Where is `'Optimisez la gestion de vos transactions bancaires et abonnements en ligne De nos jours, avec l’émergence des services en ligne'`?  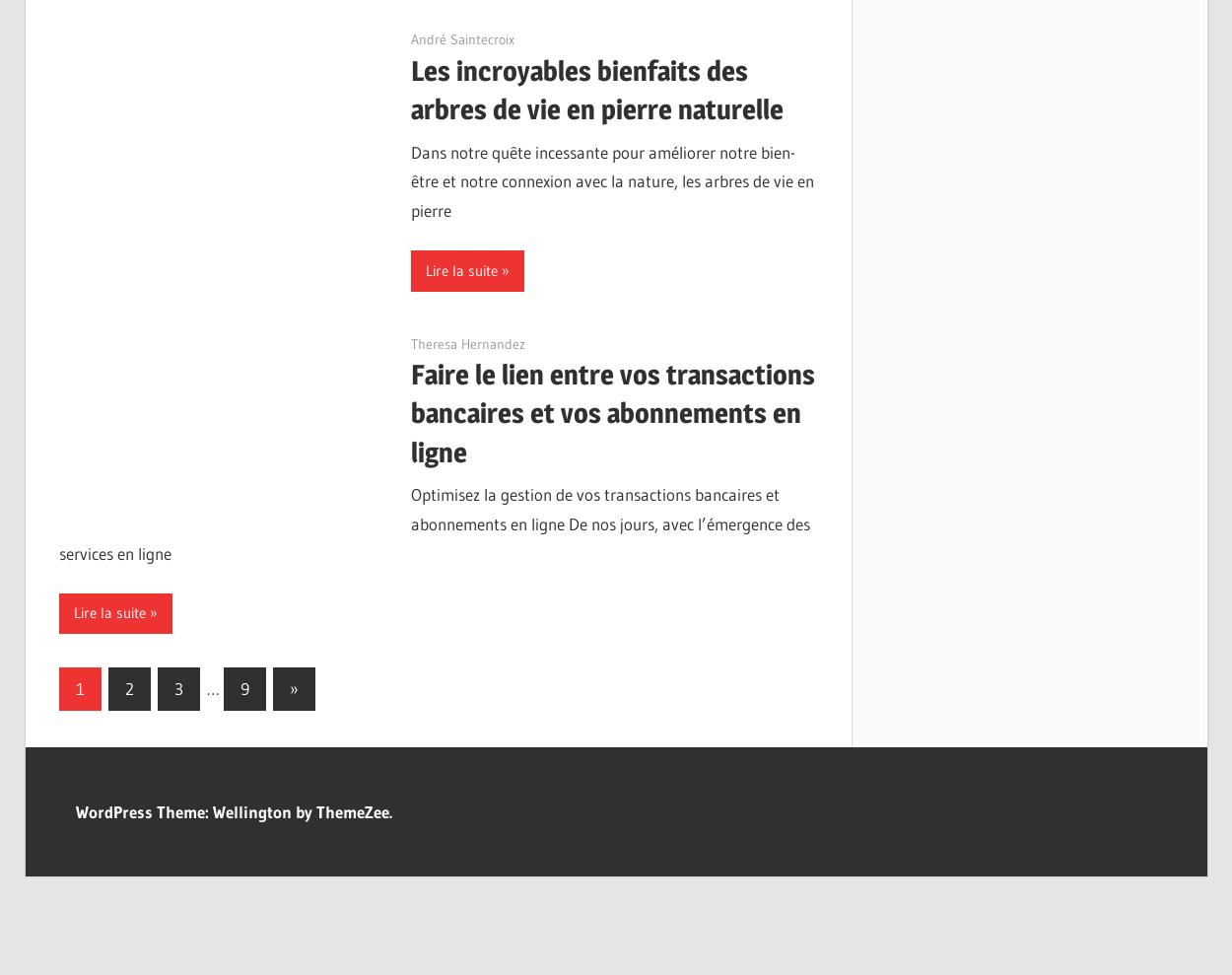 'Optimisez la gestion de vos transactions bancaires et abonnements en ligne De nos jours, avec l’émergence des services en ligne' is located at coordinates (58, 522).